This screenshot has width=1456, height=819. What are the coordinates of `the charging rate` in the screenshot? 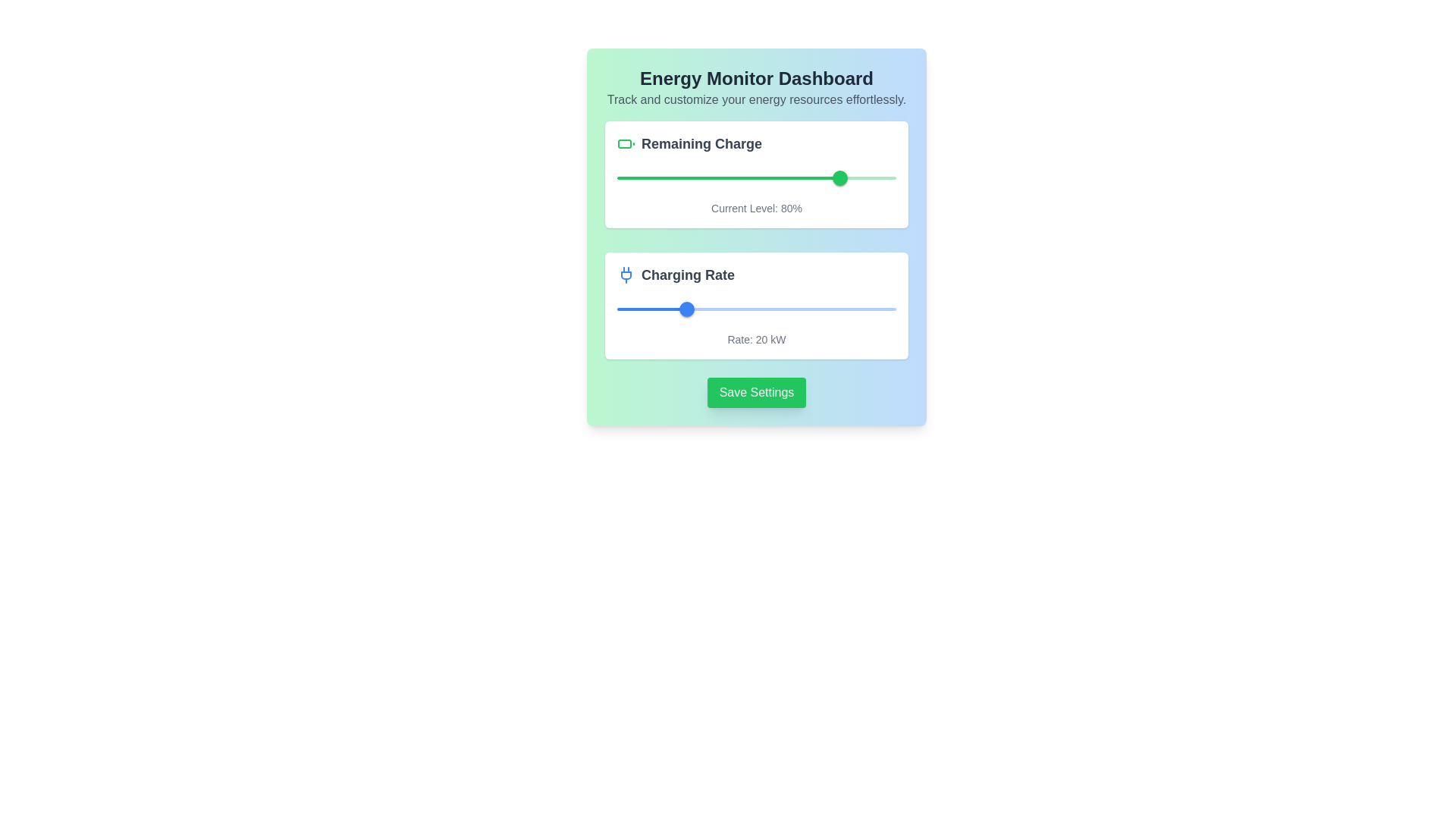 It's located at (846, 309).